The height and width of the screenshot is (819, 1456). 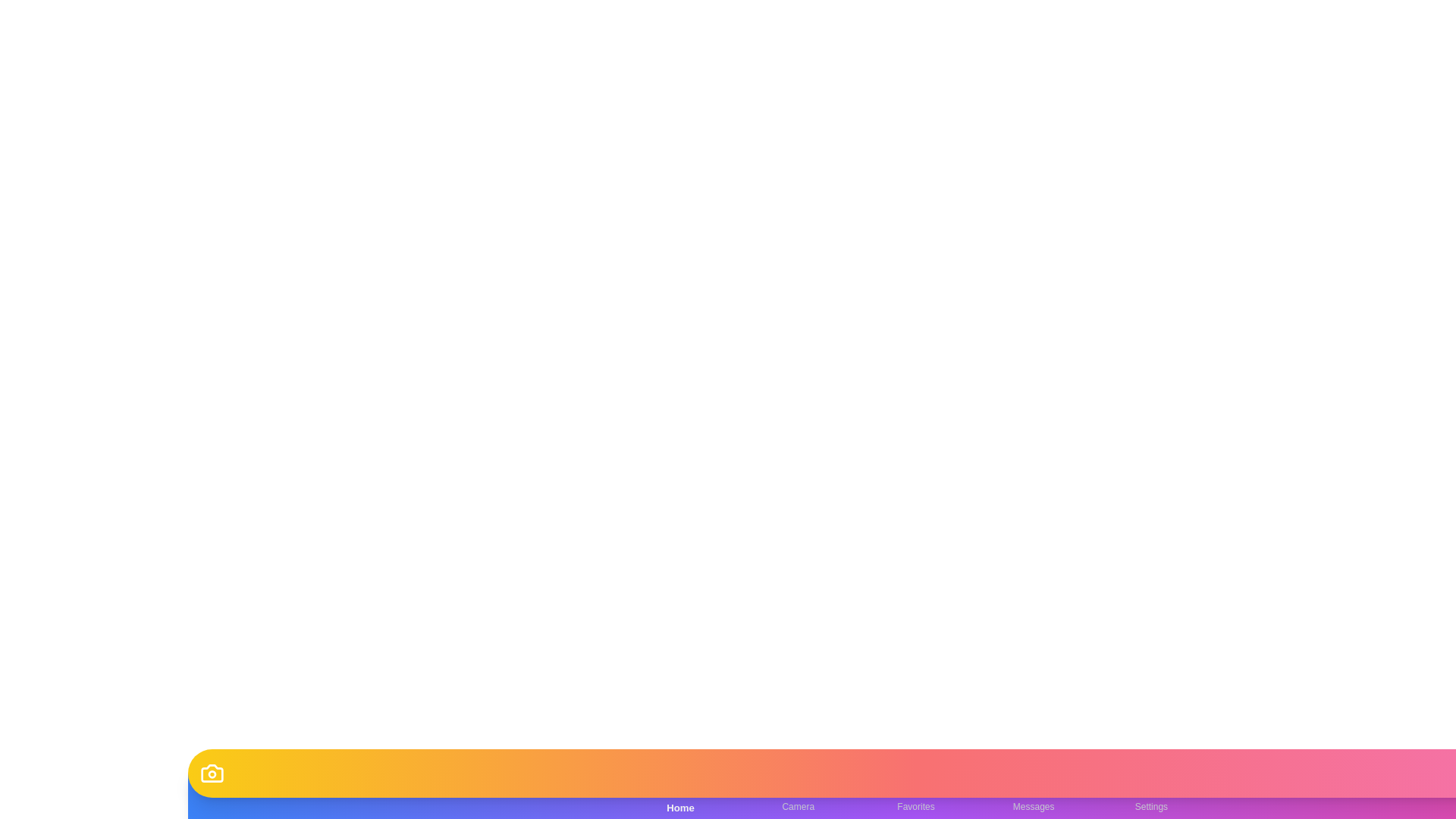 I want to click on the Settings tab in the bottom navigation bar, so click(x=1151, y=795).